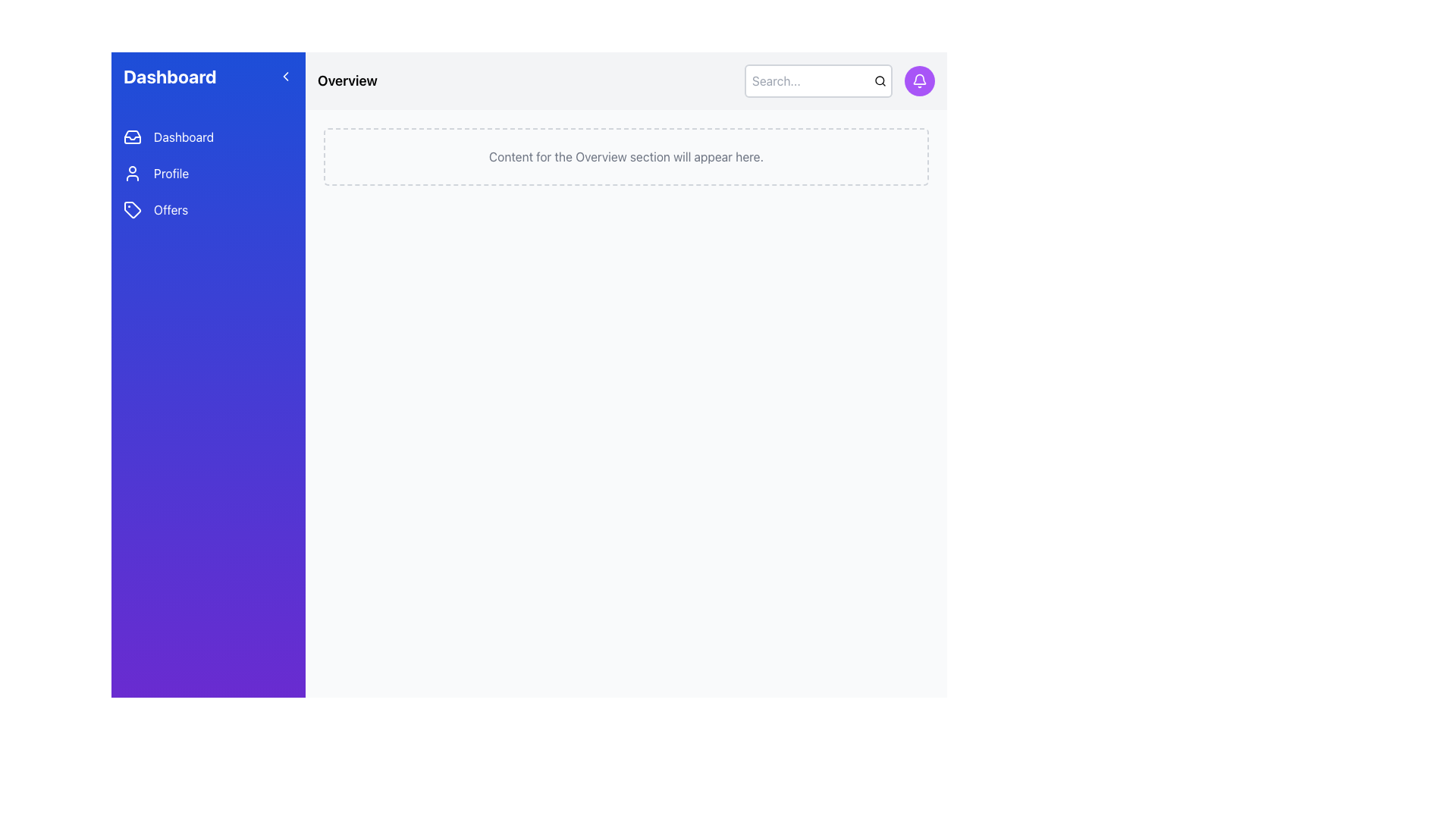 The height and width of the screenshot is (819, 1456). What do you see at coordinates (171, 172) in the screenshot?
I see `the 'Profile' text link in the left-side navigation menu` at bounding box center [171, 172].